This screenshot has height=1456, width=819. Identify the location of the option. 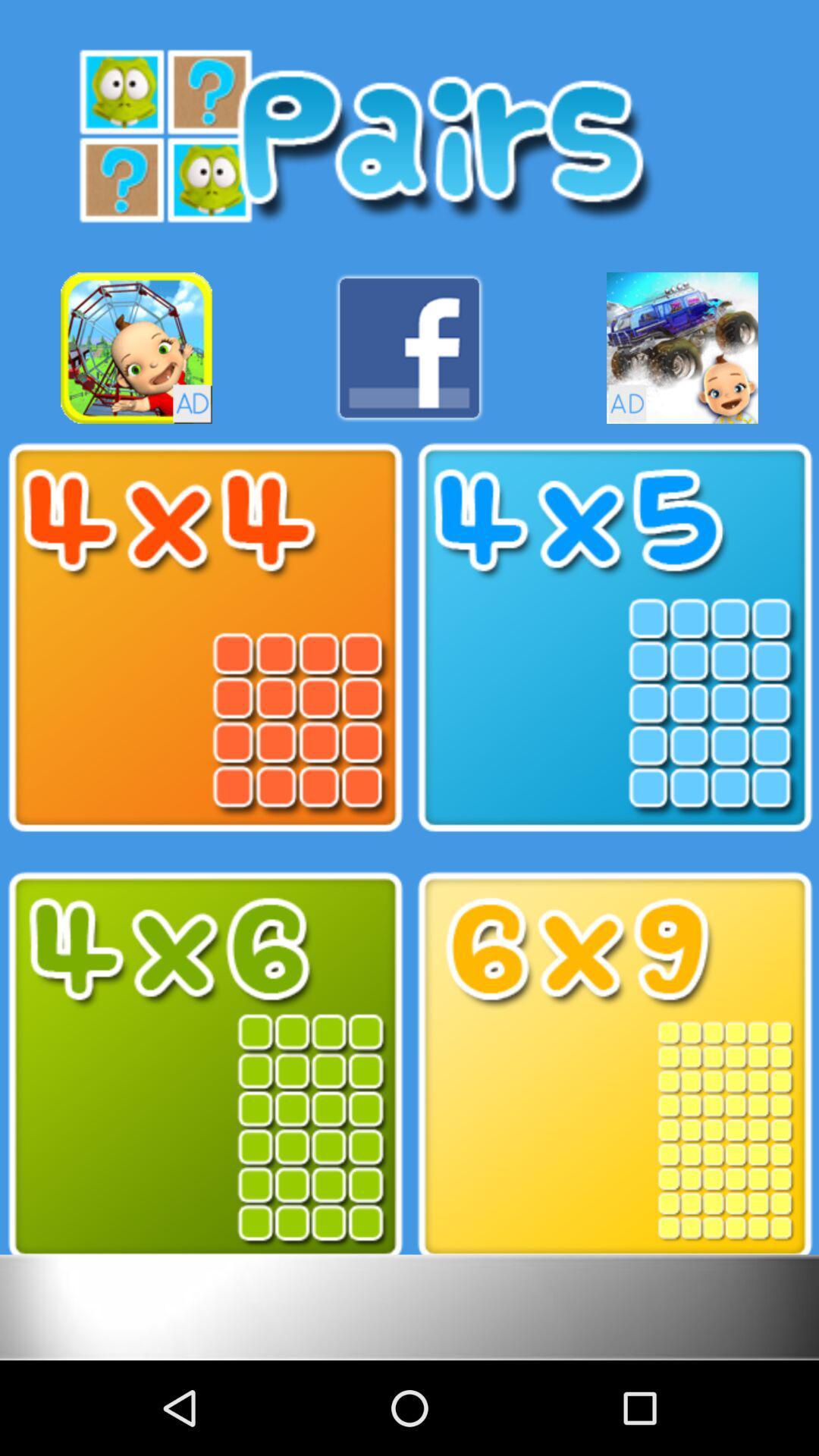
(614, 1065).